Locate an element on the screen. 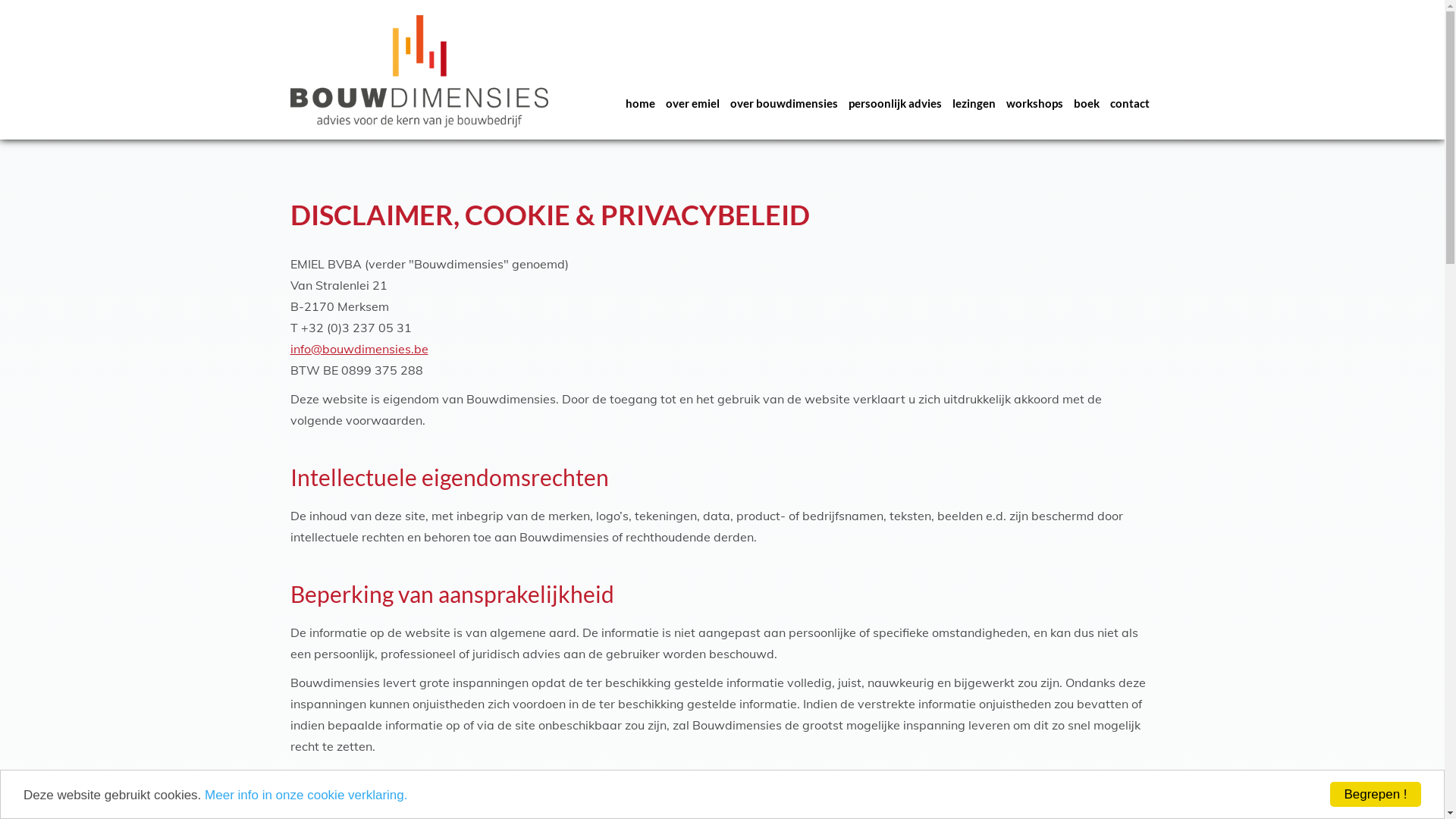 The width and height of the screenshot is (1456, 819). 'workshops' is located at coordinates (1001, 102).